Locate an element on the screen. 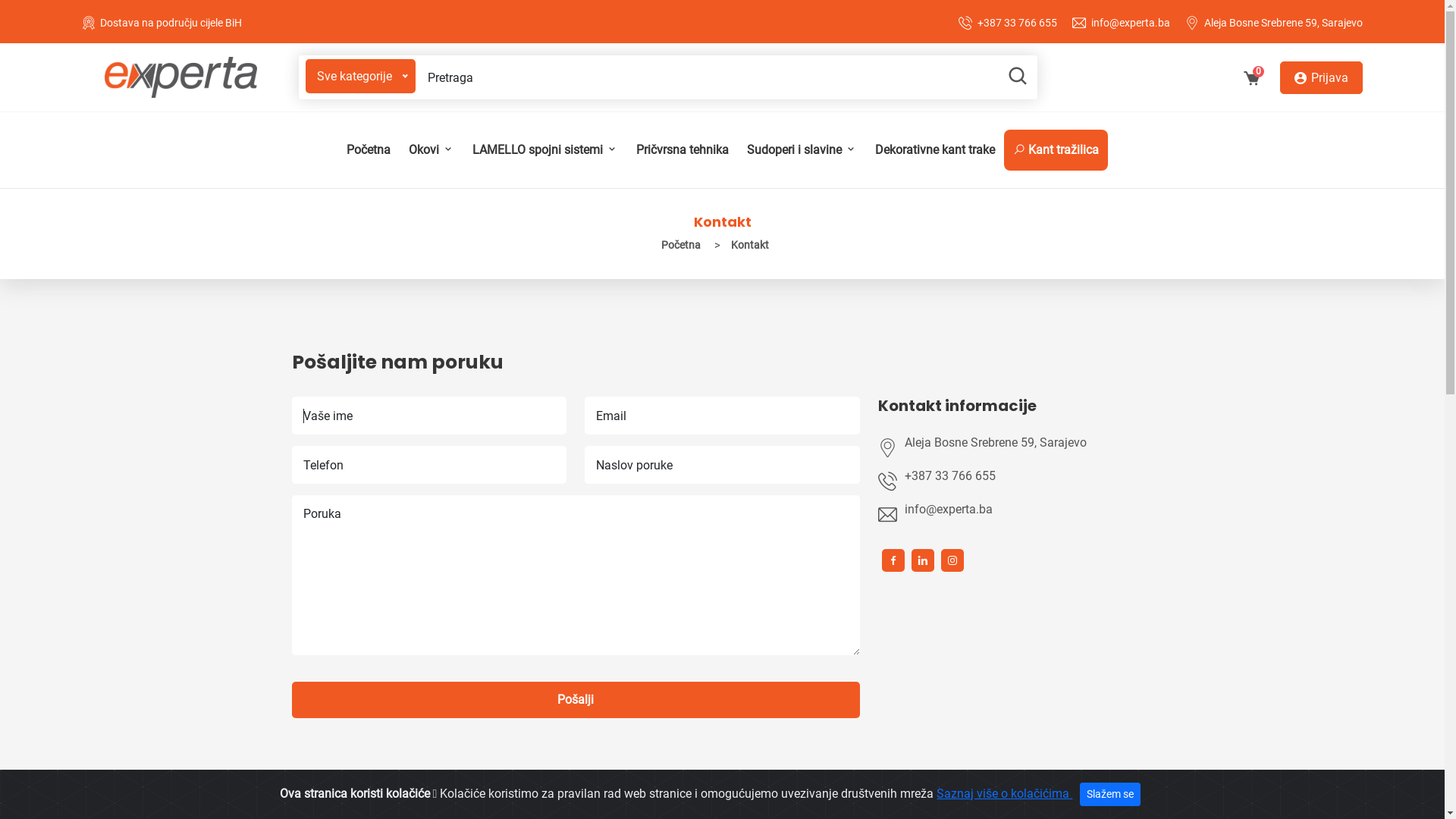 The width and height of the screenshot is (1456, 819). 'info@experta.ba' is located at coordinates (1131, 23).